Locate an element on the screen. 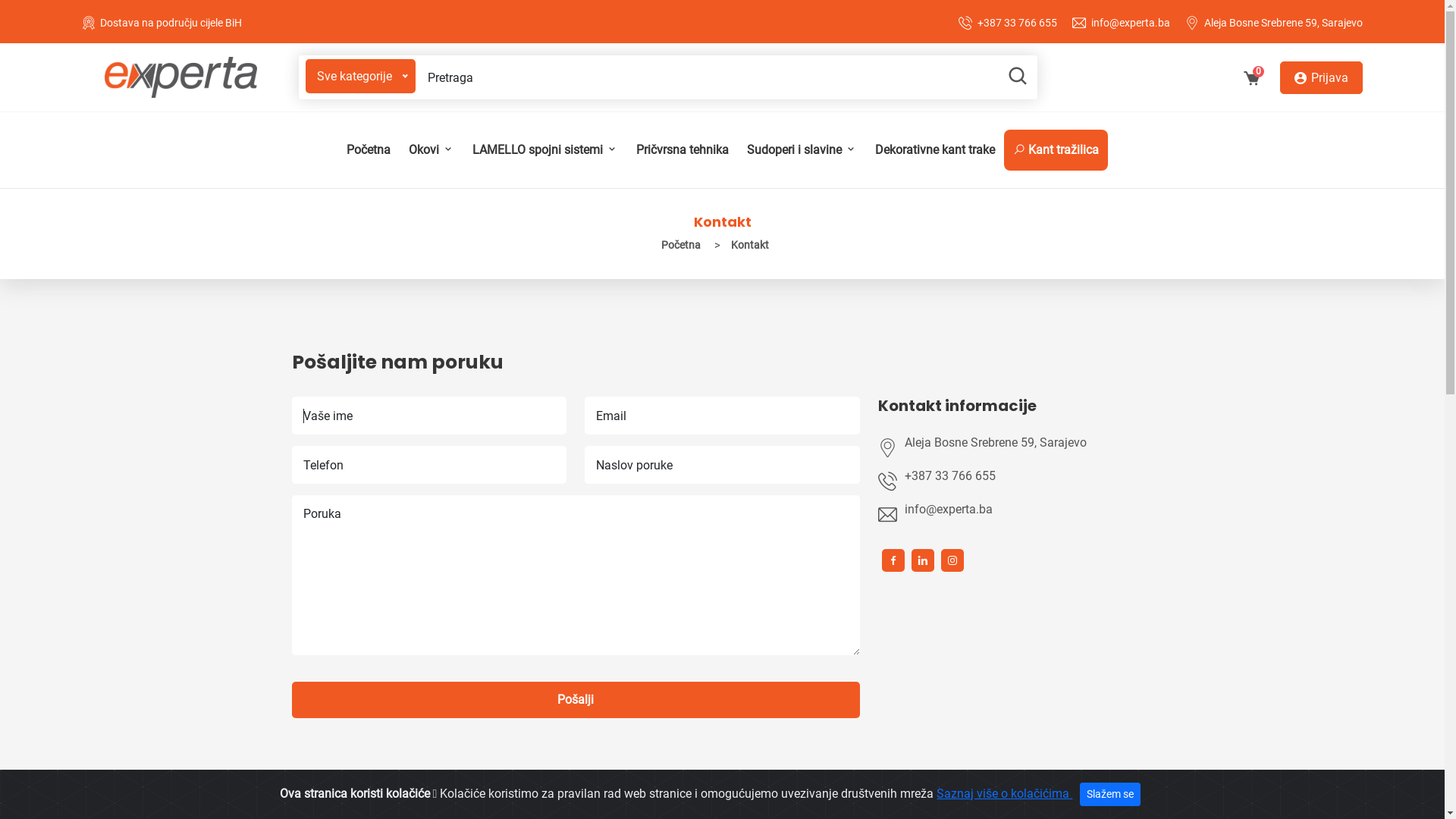 The width and height of the screenshot is (1456, 819). 'info@experta.ba' is located at coordinates (1131, 23).